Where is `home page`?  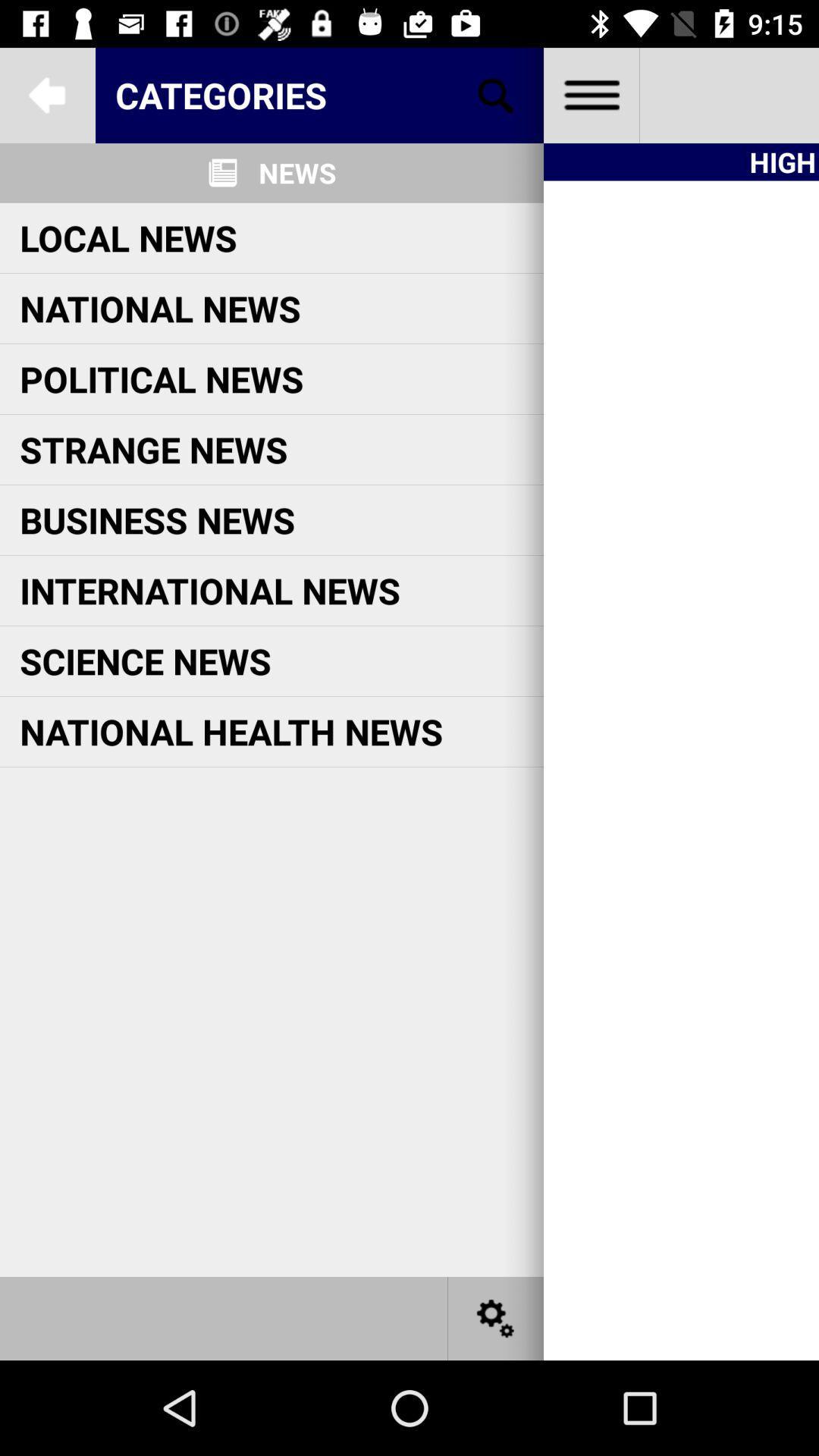
home page is located at coordinates (590, 94).